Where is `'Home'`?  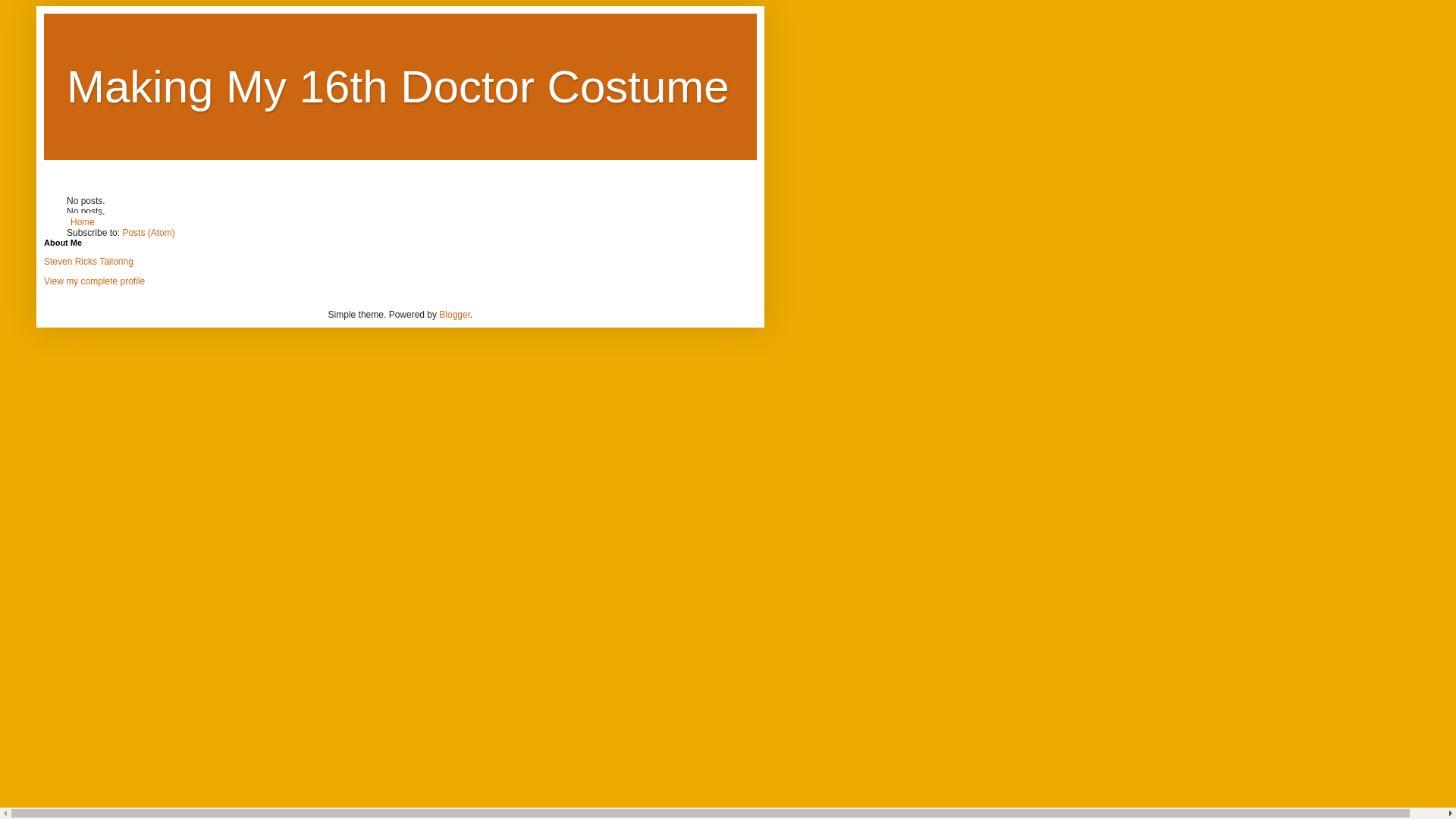 'Home' is located at coordinates (65, 222).